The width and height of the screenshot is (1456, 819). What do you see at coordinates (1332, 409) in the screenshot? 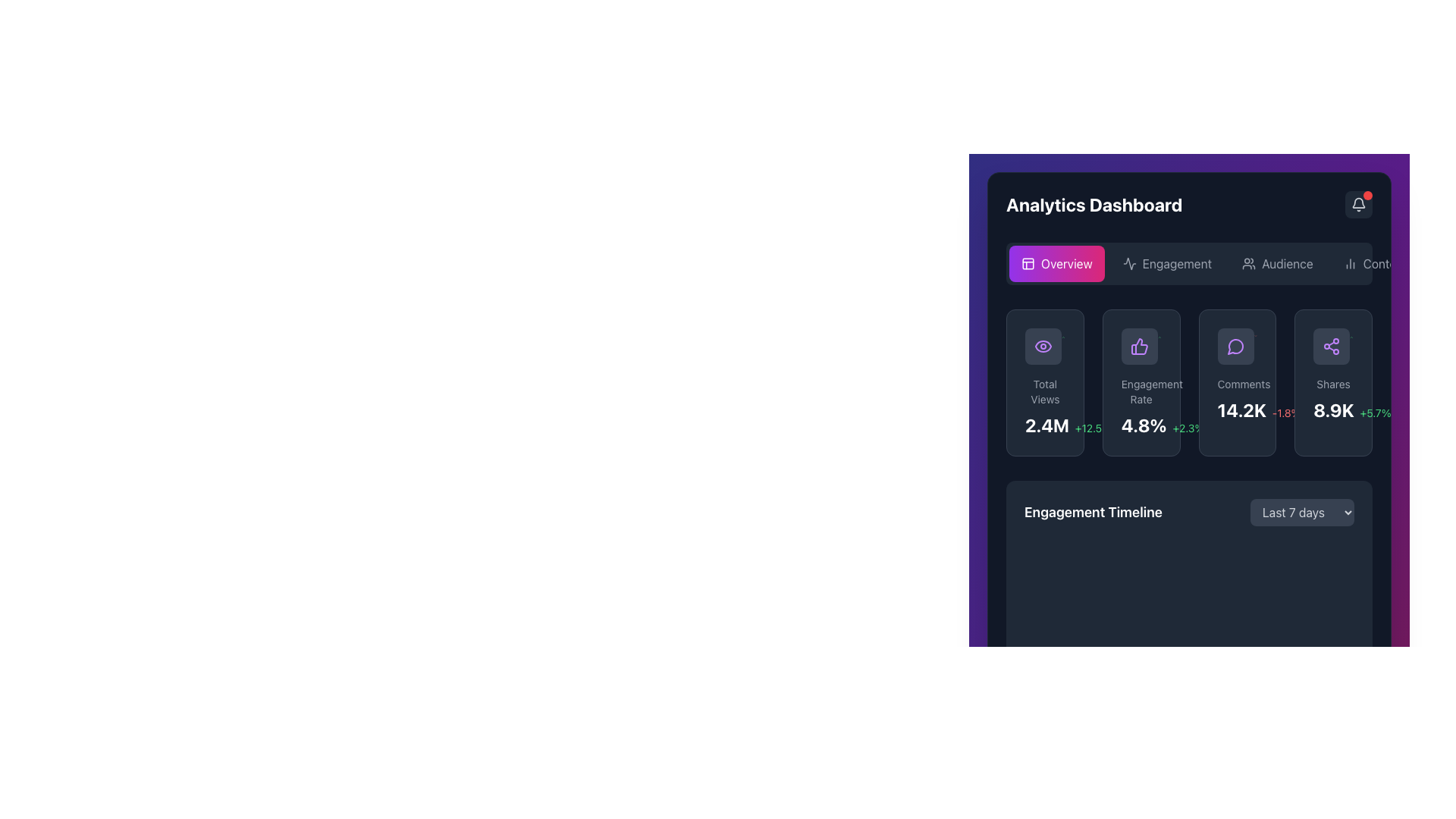
I see `the prominently styled static text element displaying '8.9K' in bold, large white font located in the fourth column titled 'Shares' on the dashboard interface` at bounding box center [1332, 409].